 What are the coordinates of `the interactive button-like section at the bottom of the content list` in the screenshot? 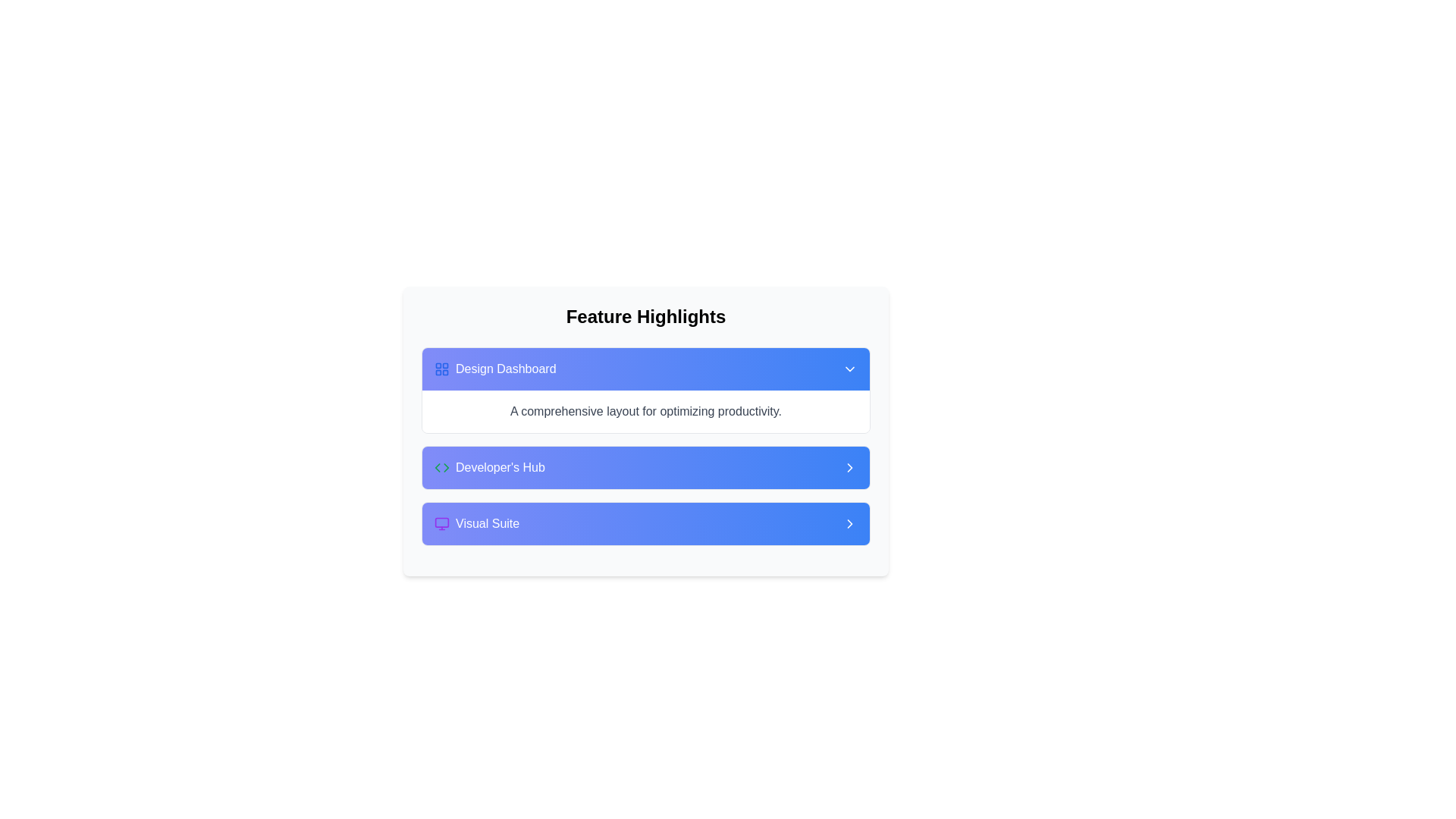 It's located at (645, 522).